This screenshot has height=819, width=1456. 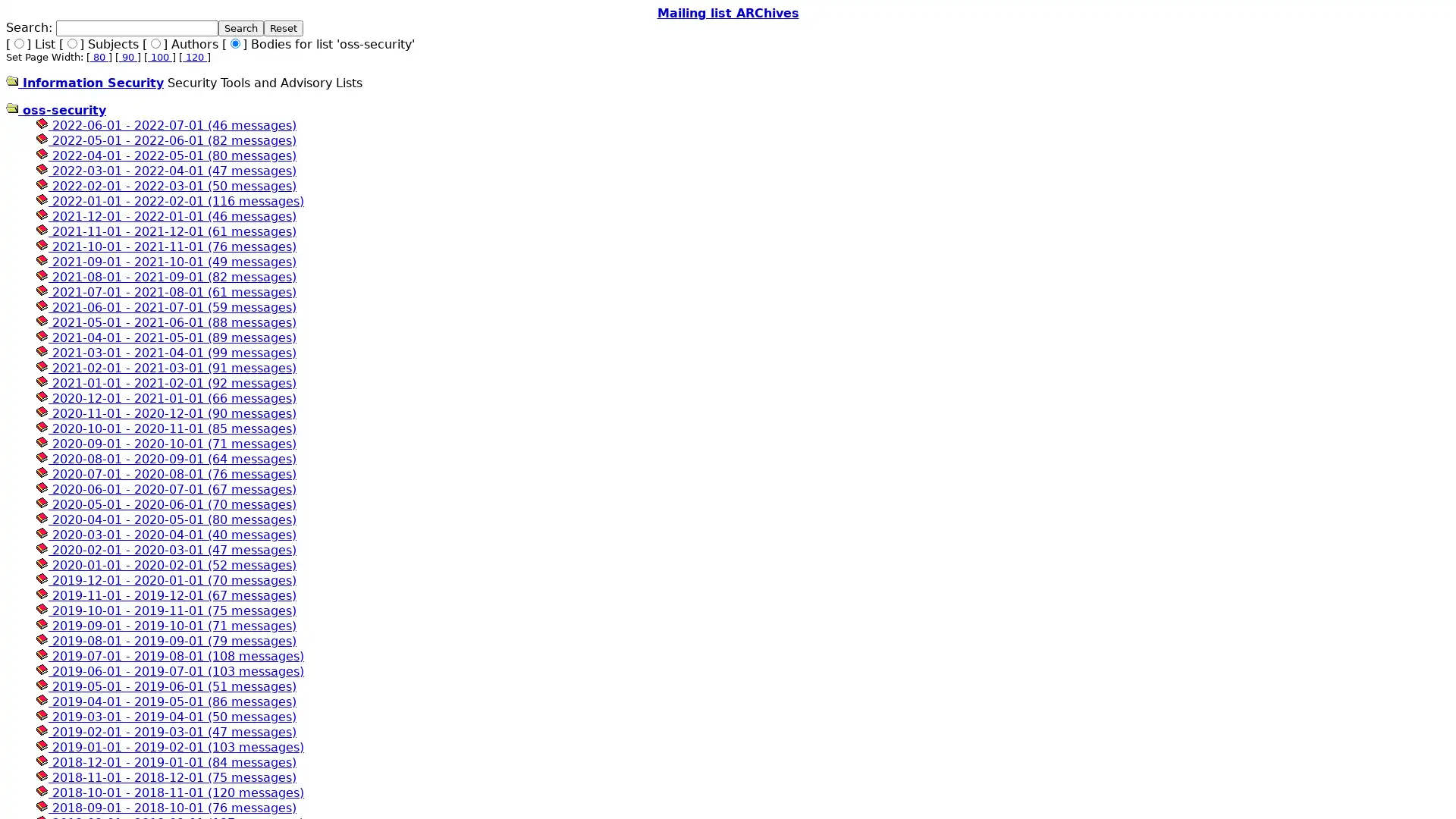 I want to click on Search, so click(x=240, y=28).